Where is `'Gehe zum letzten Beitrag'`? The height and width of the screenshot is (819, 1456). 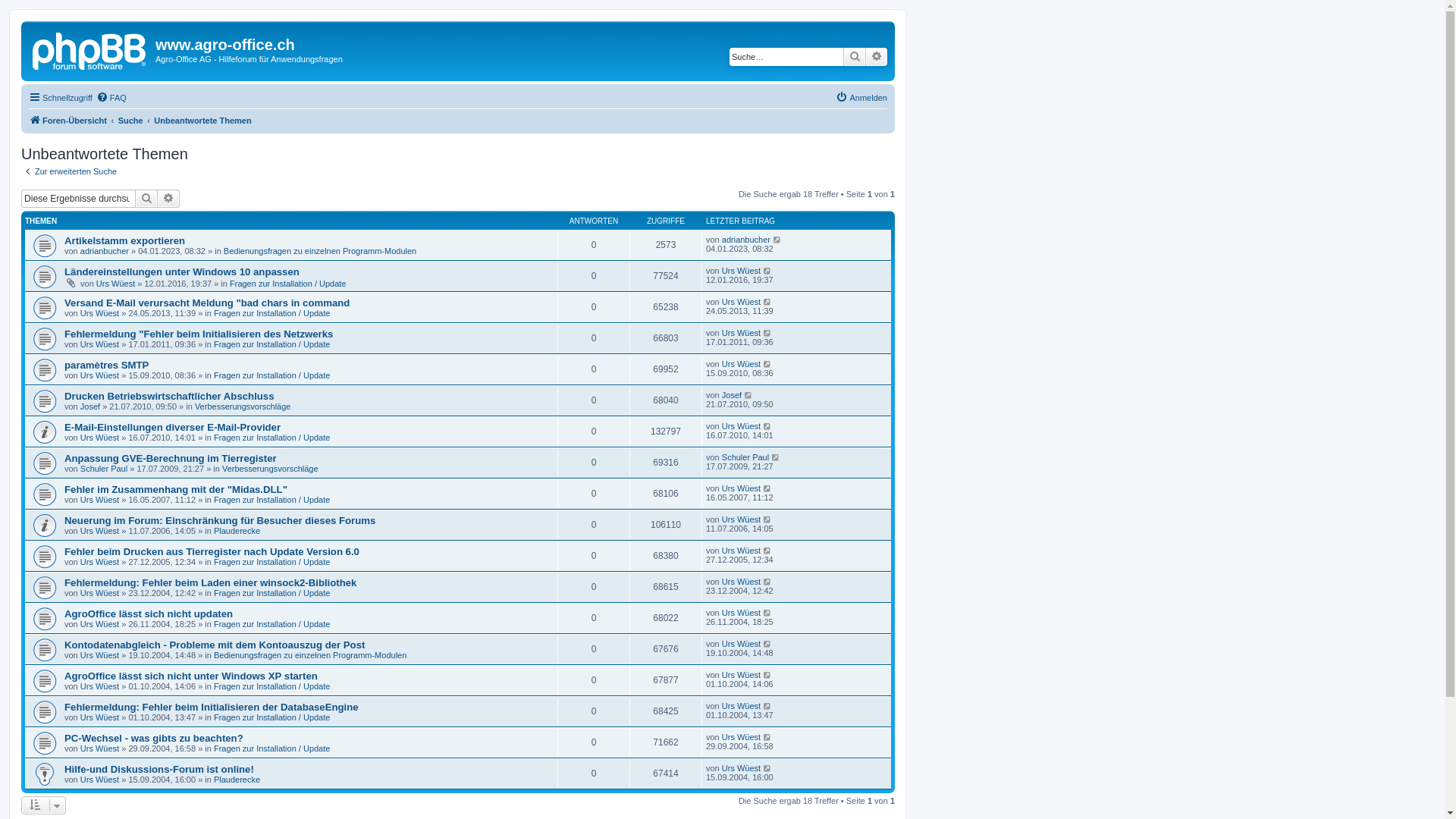
'Gehe zum letzten Beitrag' is located at coordinates (767, 550).